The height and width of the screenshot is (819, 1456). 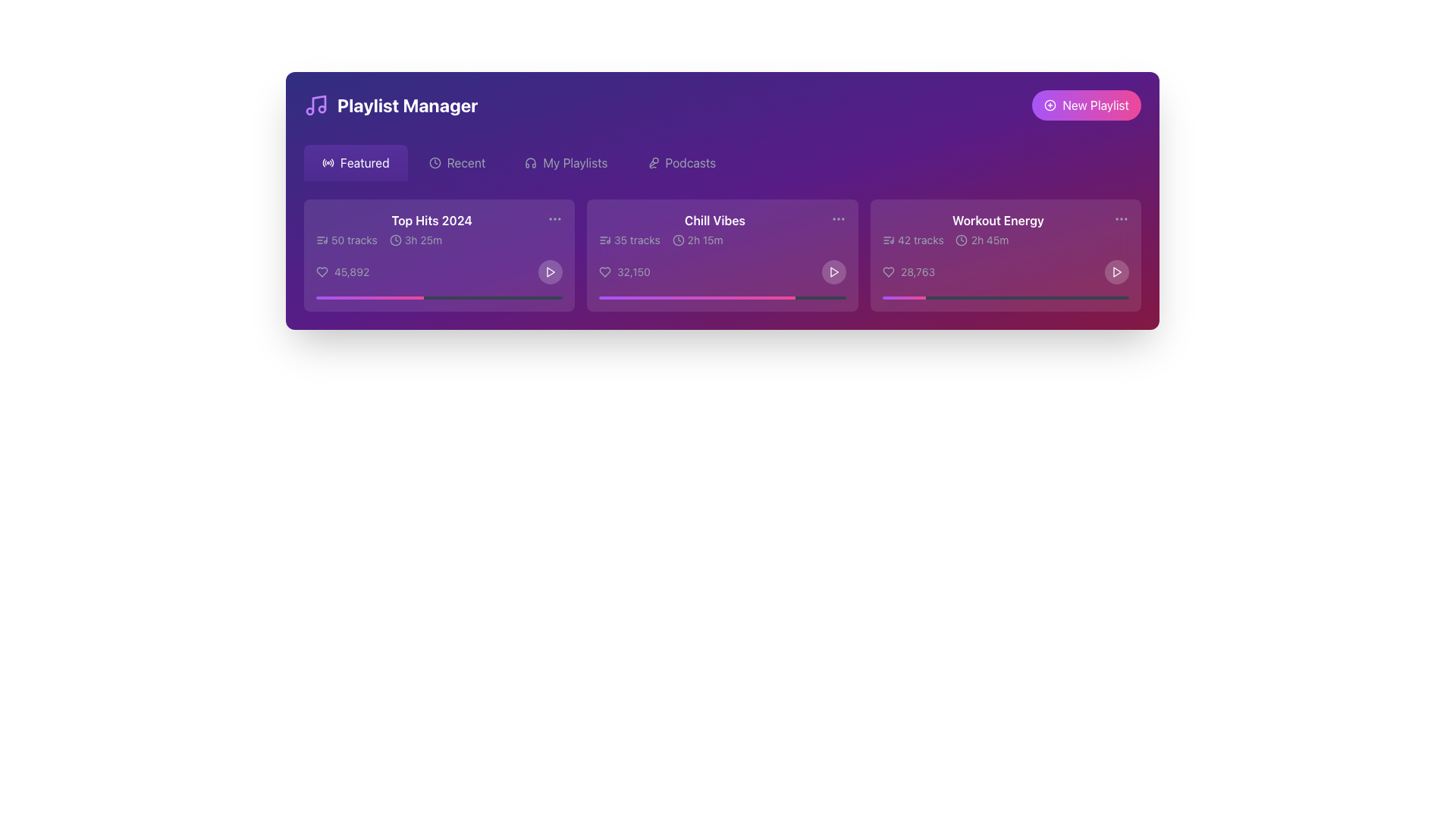 What do you see at coordinates (565, 163) in the screenshot?
I see `the 'My Playlists' button, which is the third option in the horizontal menu bar` at bounding box center [565, 163].